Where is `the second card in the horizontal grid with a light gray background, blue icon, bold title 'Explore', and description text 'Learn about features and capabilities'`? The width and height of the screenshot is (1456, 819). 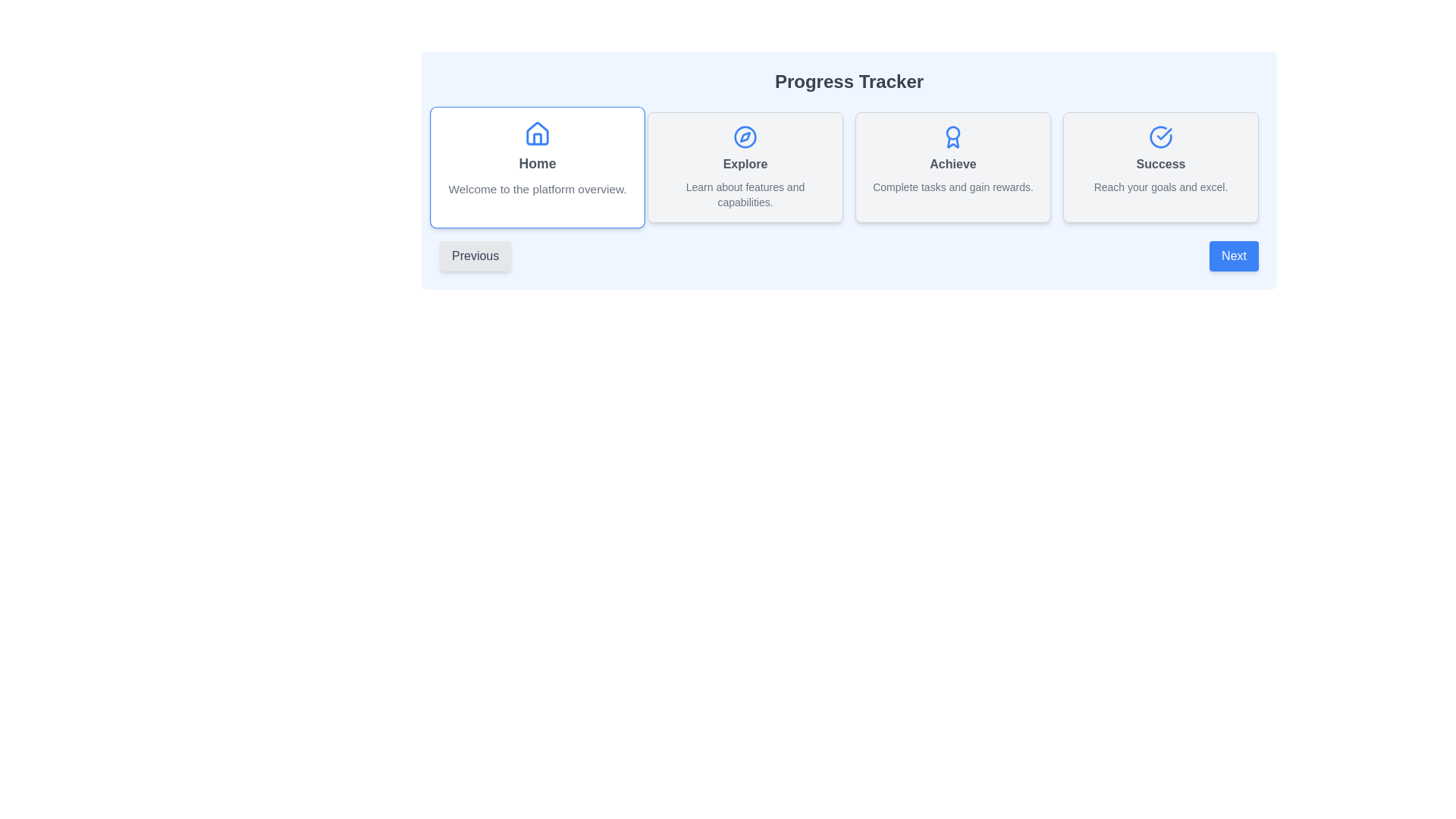 the second card in the horizontal grid with a light gray background, blue icon, bold title 'Explore', and description text 'Learn about features and capabilities' is located at coordinates (745, 167).